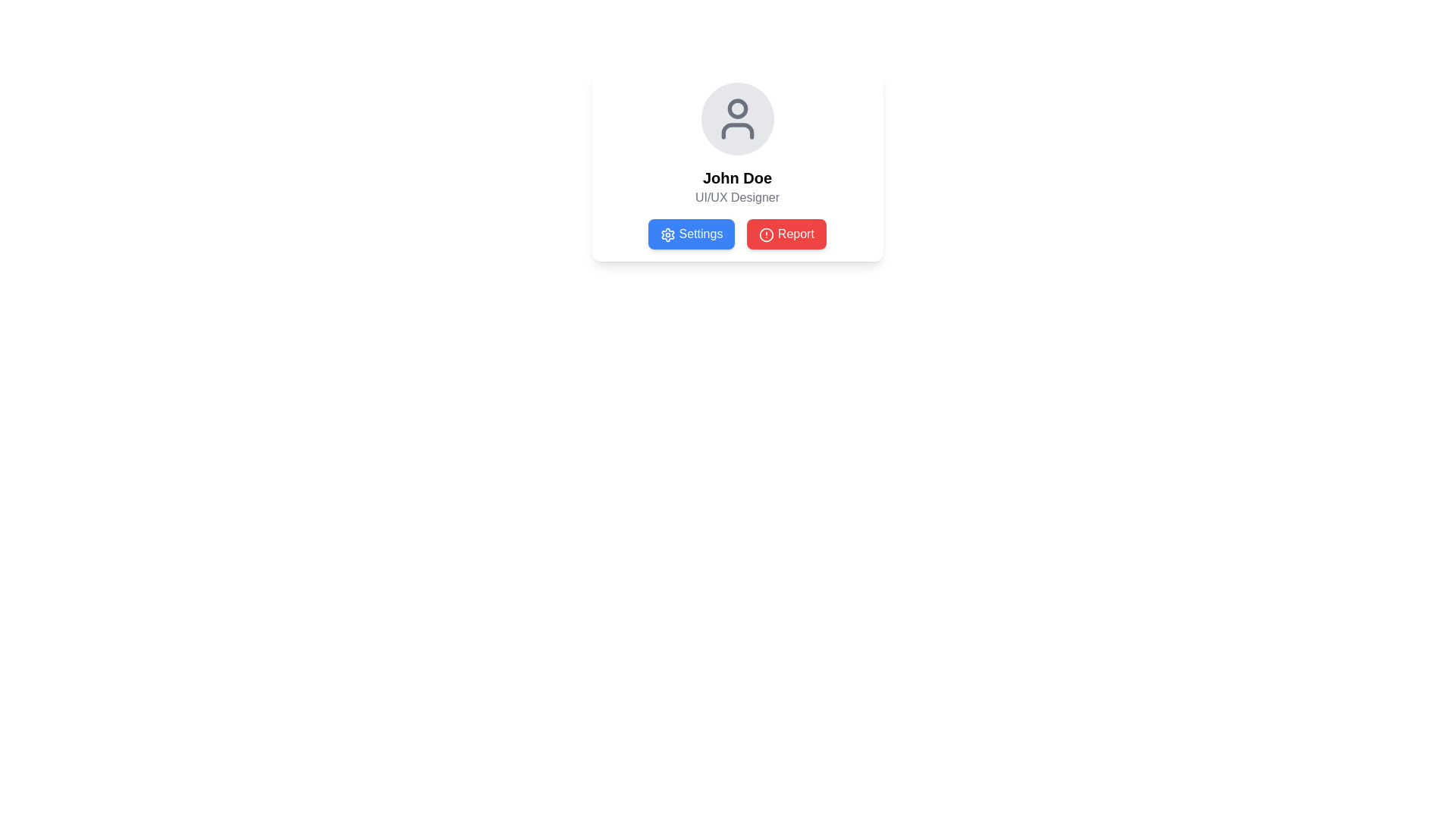  Describe the element at coordinates (737, 118) in the screenshot. I see `the user account icon, which is represented as a circular gray background located above the text displaying 'John Doe' and 'UI/UX Designer'` at that location.